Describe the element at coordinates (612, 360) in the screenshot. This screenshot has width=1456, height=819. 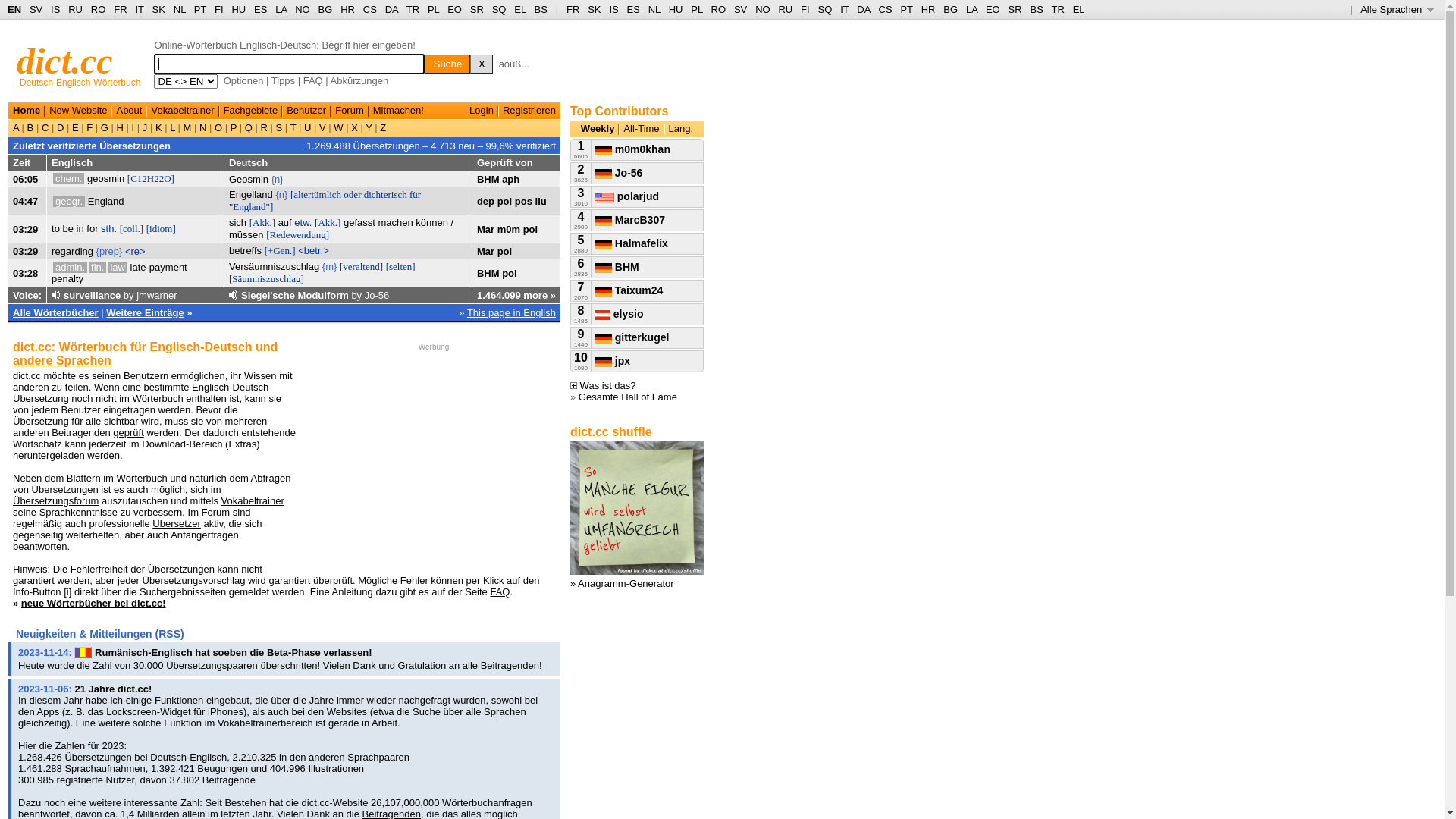
I see `'jpx'` at that location.